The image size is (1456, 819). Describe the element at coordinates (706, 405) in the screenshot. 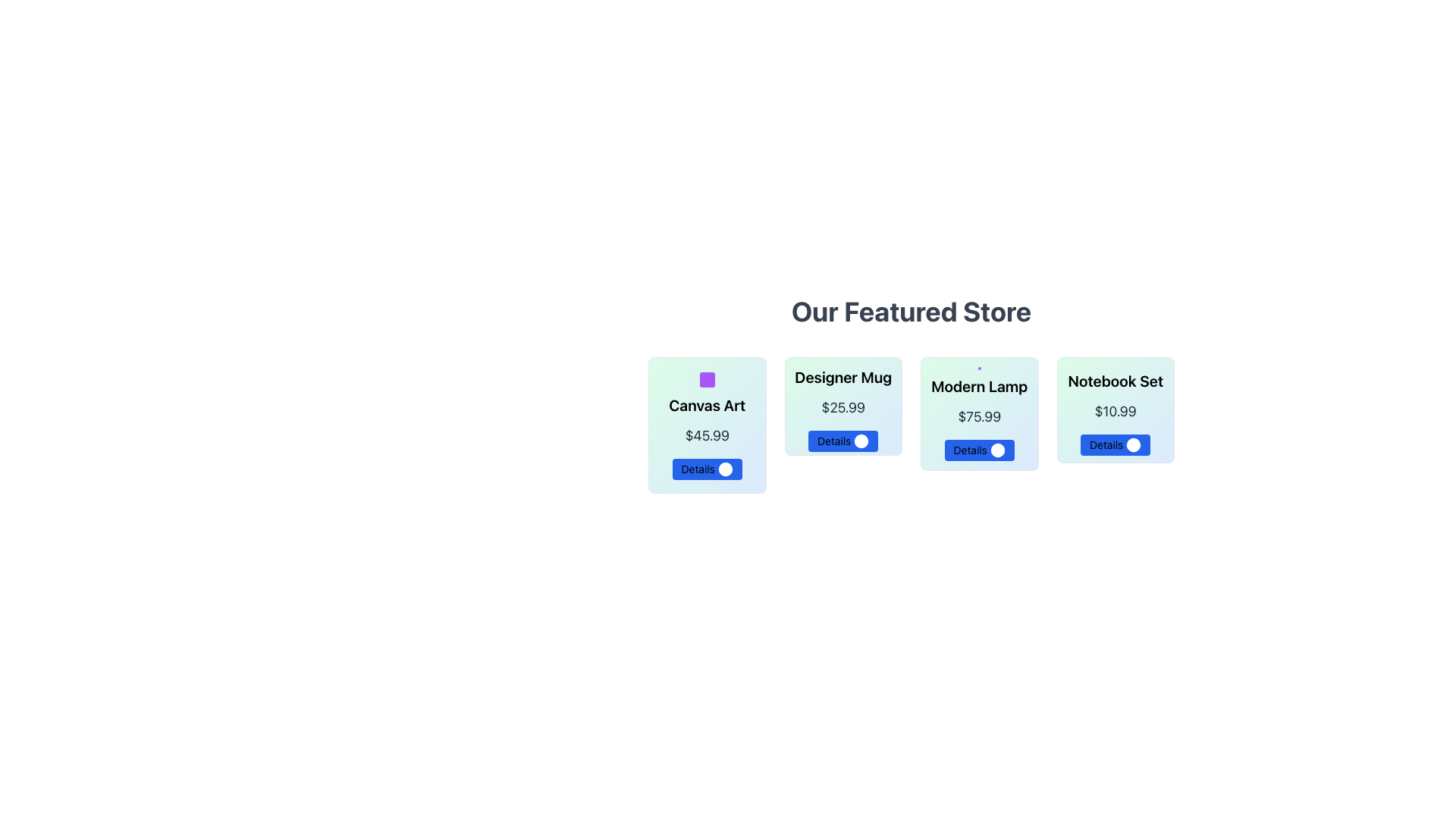

I see `the text label indicating the product name 'Canvas Art', which is centrally aligned within its card layout and positioned in the upper half below a decorative icon` at that location.